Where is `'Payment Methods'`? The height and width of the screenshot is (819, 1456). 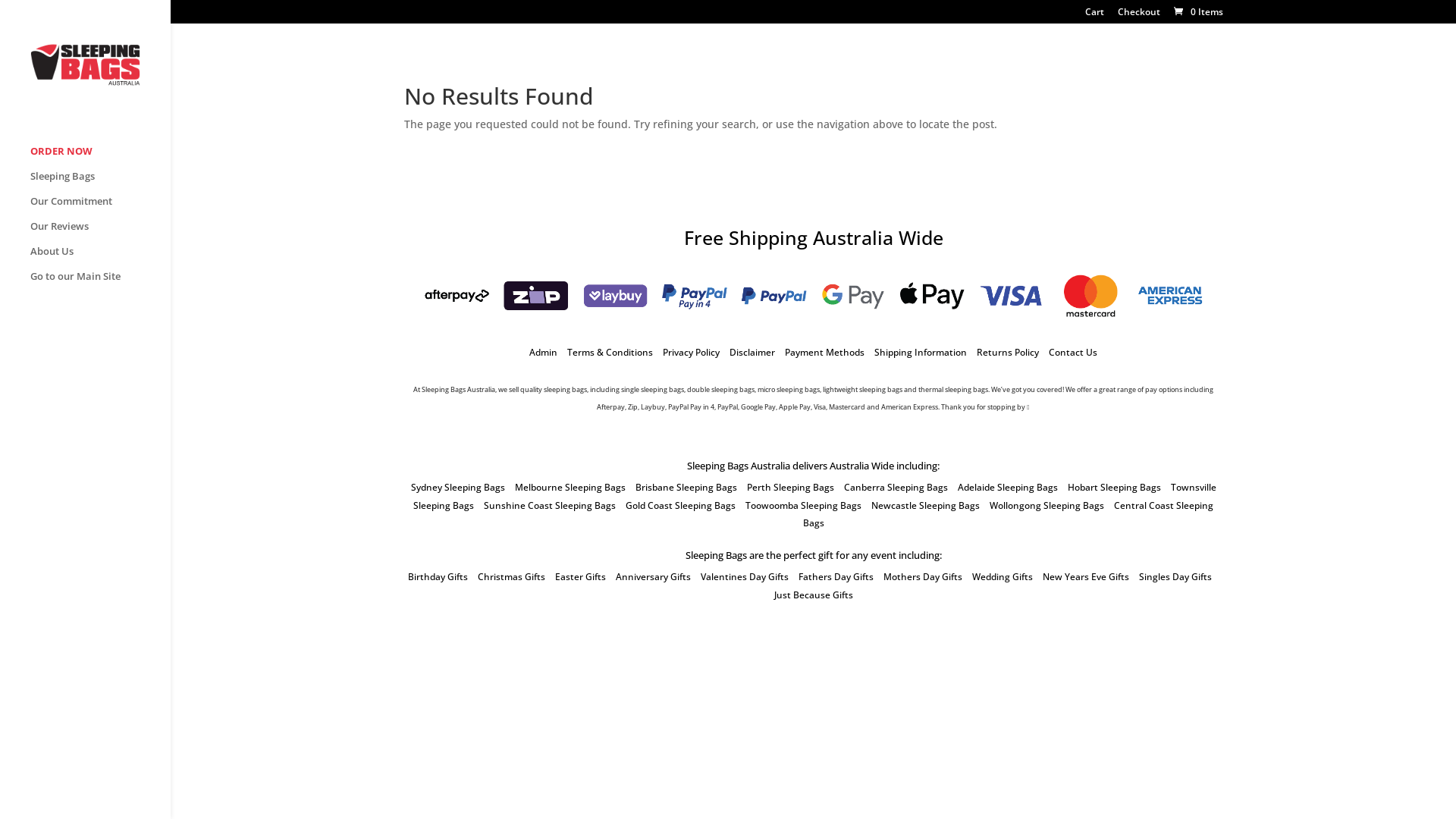
'Payment Methods' is located at coordinates (785, 352).